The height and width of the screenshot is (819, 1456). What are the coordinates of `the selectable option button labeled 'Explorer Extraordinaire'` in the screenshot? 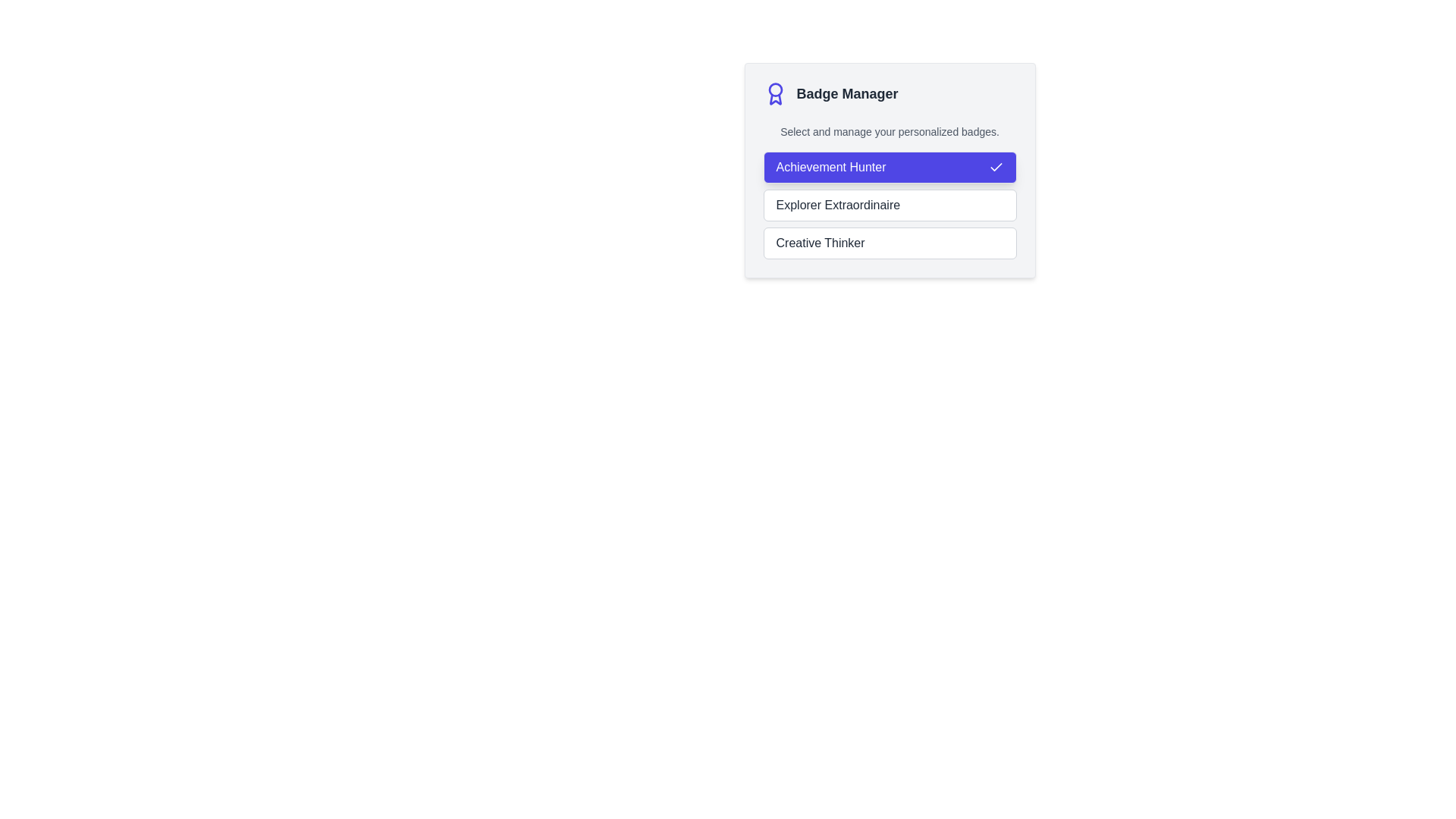 It's located at (890, 205).